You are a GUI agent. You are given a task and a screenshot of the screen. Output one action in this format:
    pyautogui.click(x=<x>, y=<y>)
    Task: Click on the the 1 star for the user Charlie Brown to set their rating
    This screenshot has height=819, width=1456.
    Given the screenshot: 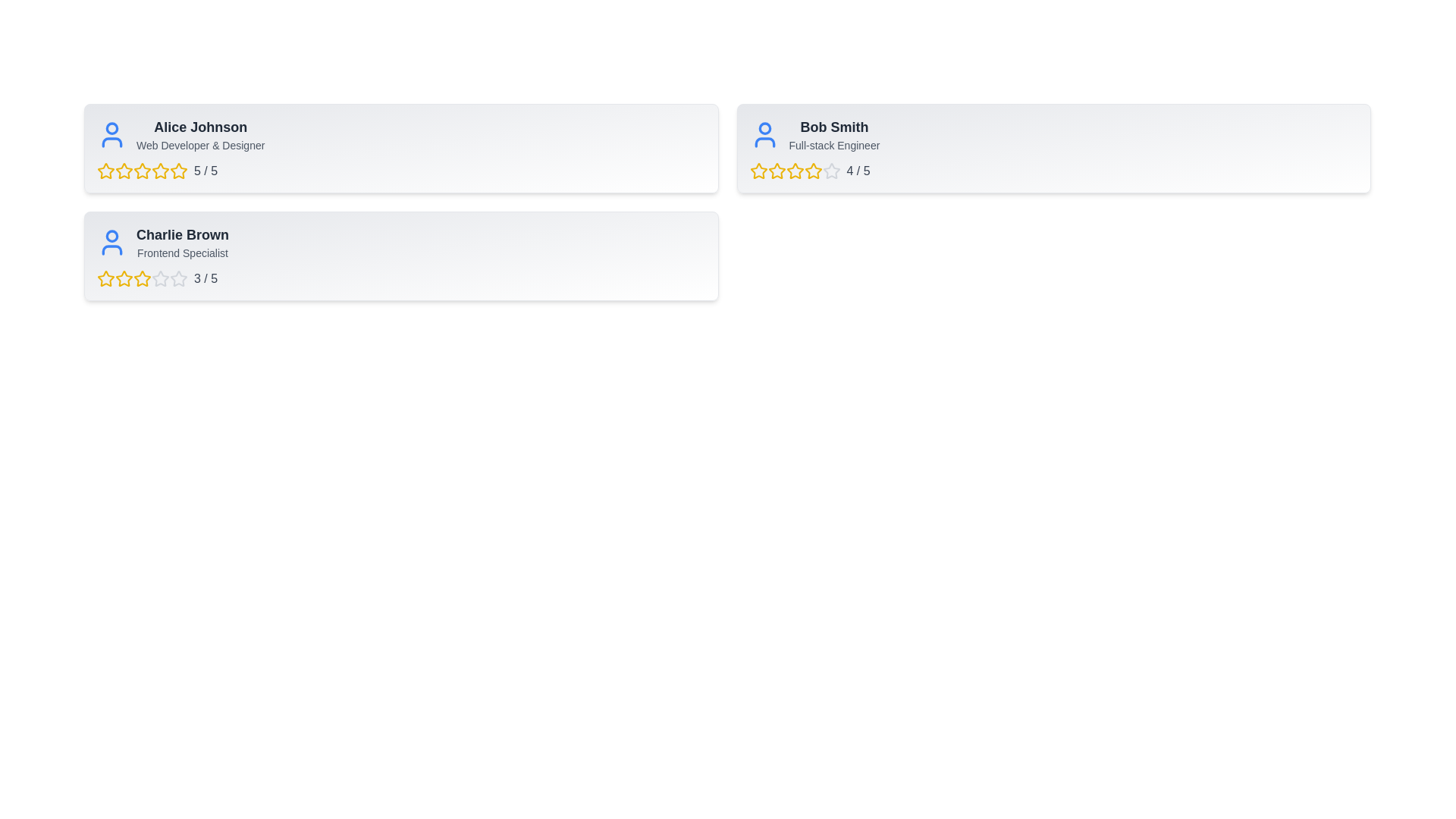 What is the action you would take?
    pyautogui.click(x=105, y=278)
    